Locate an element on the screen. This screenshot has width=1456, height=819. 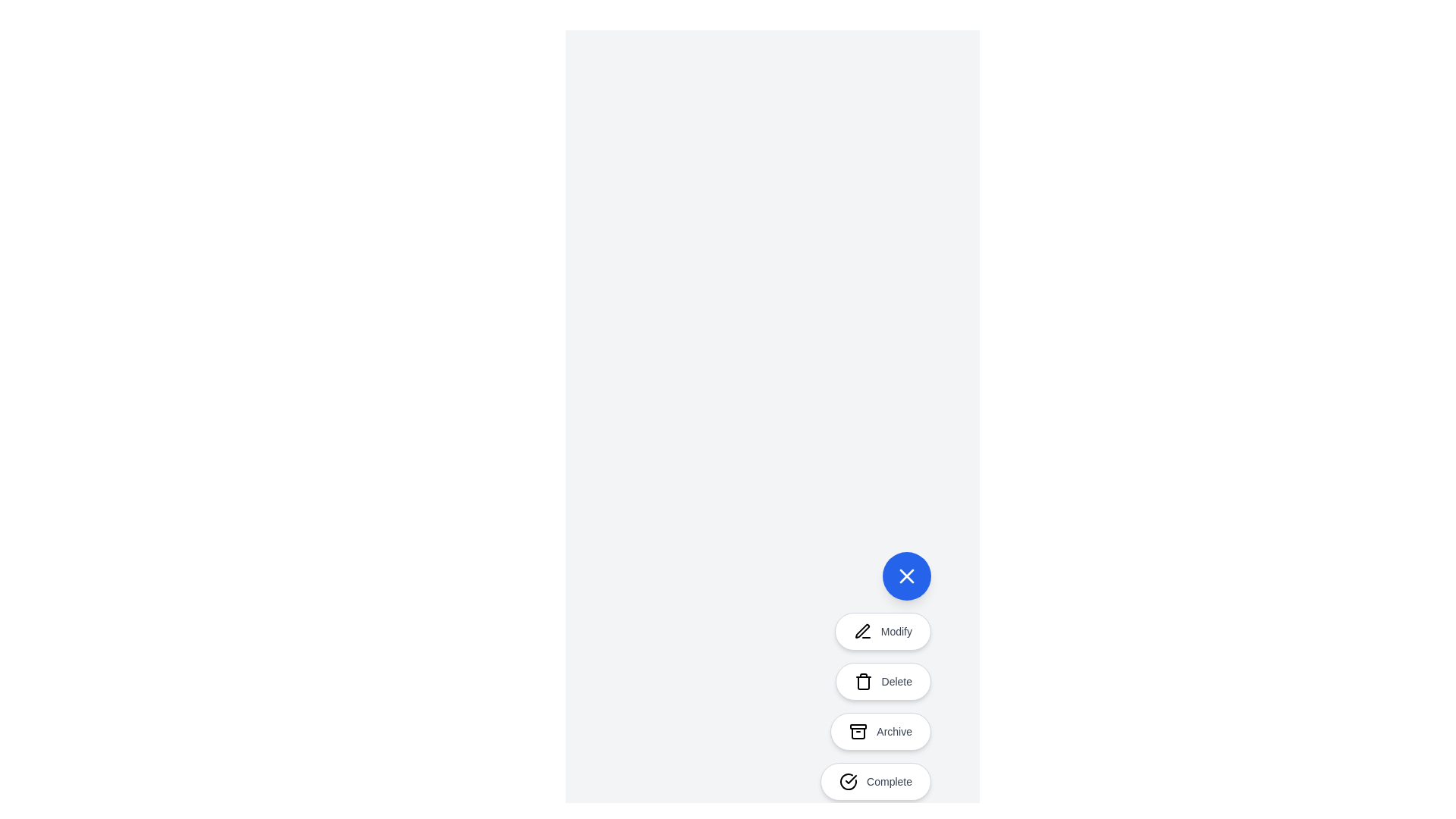
the 'Delete' button in the CustomSpeedDial component is located at coordinates (883, 680).